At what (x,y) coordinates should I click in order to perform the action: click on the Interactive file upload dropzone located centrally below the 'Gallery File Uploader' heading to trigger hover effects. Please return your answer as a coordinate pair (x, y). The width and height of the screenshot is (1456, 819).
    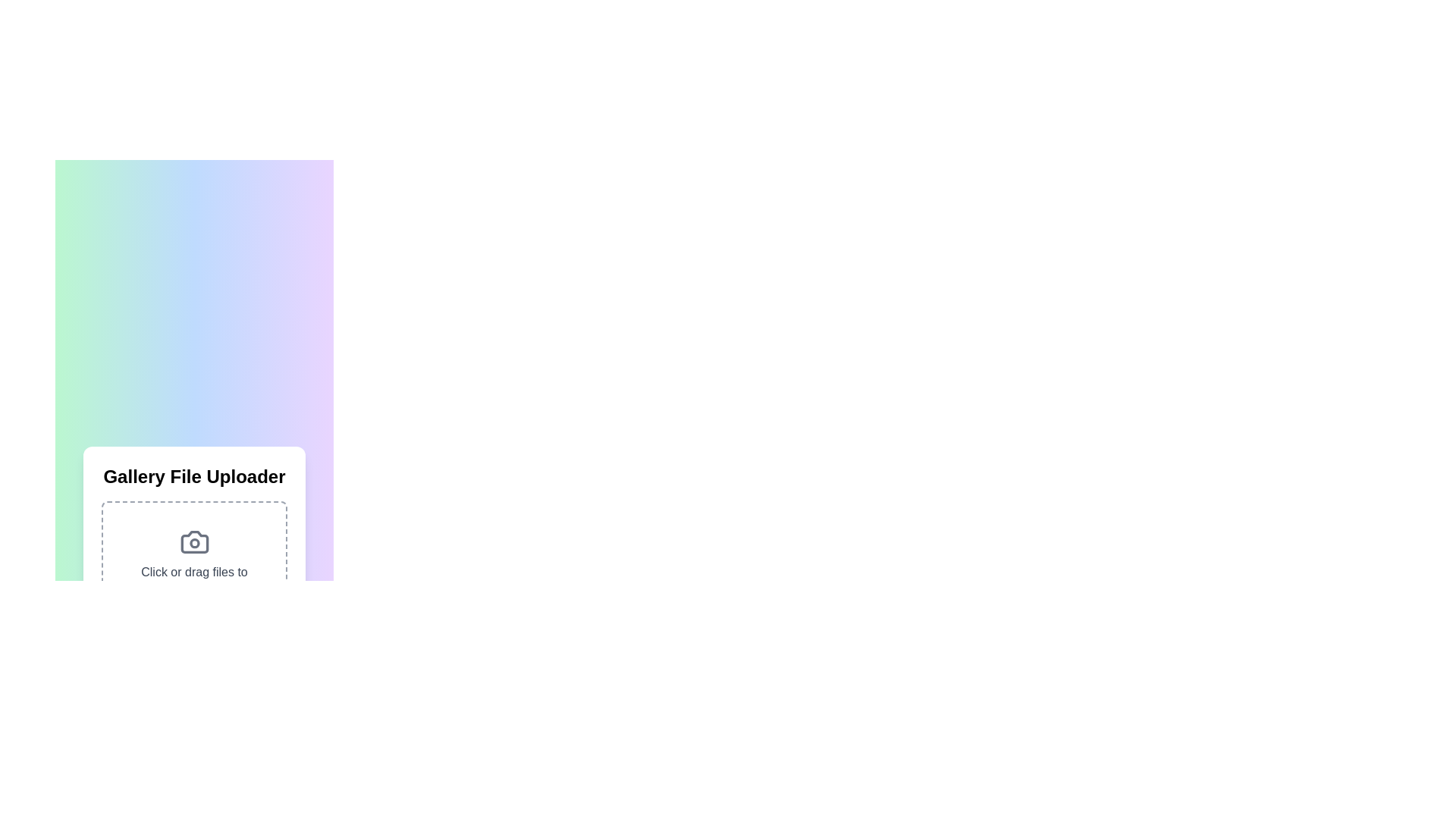
    Looking at the image, I should click on (193, 563).